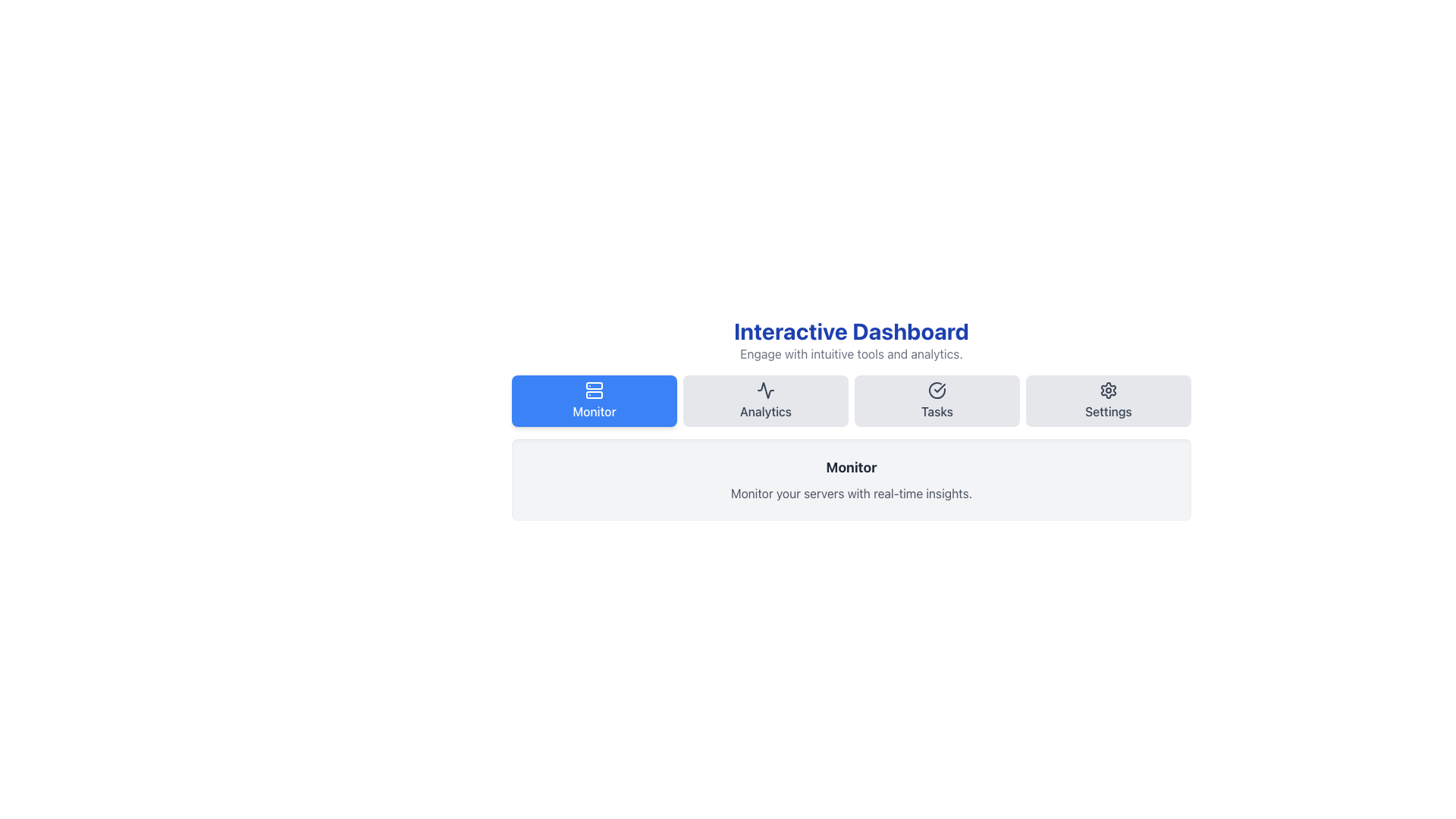 The width and height of the screenshot is (1456, 819). I want to click on the button located under the heading 'Interactive Dashboard', so click(765, 400).